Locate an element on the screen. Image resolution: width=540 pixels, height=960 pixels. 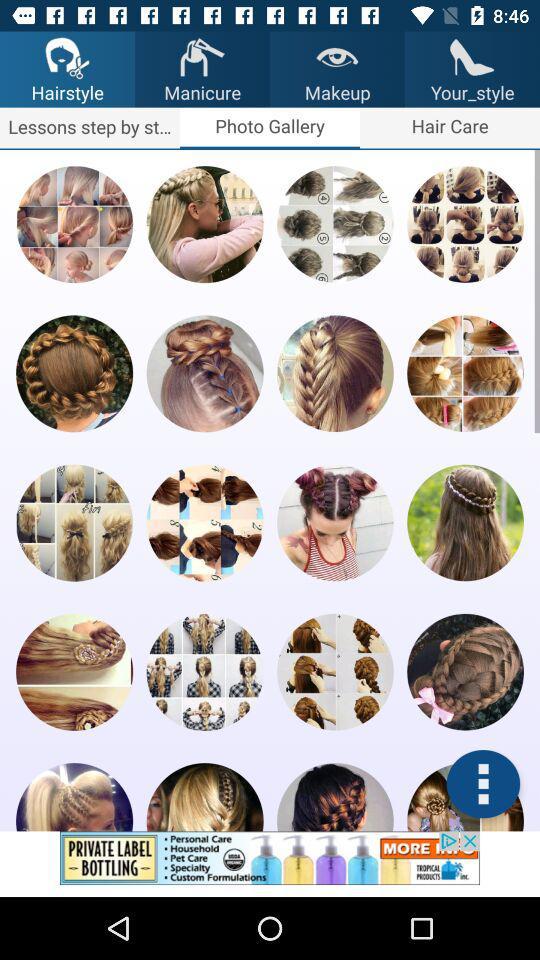
open this image is located at coordinates (204, 522).